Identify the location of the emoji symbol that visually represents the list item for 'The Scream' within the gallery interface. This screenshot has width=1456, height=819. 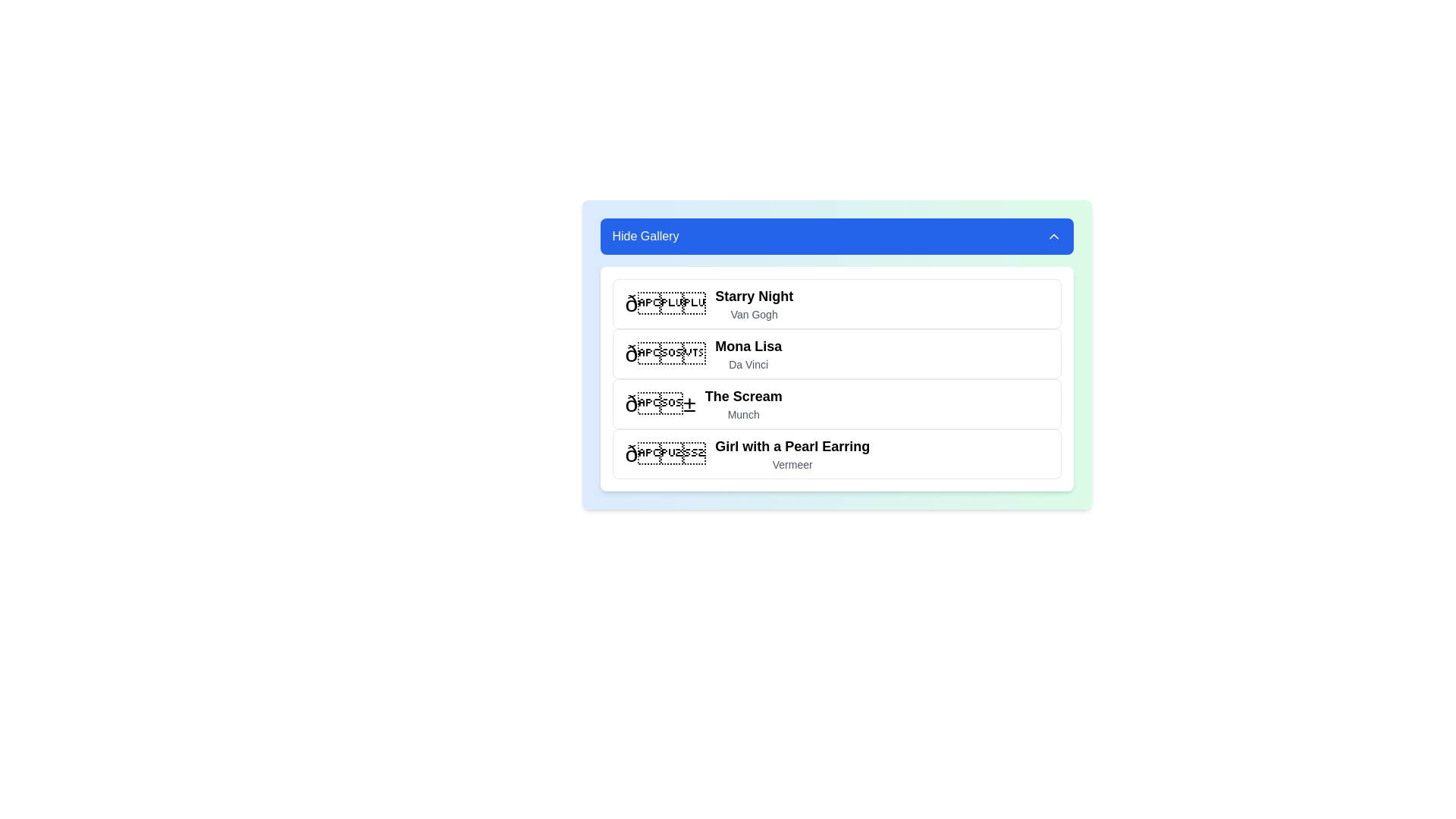
(661, 403).